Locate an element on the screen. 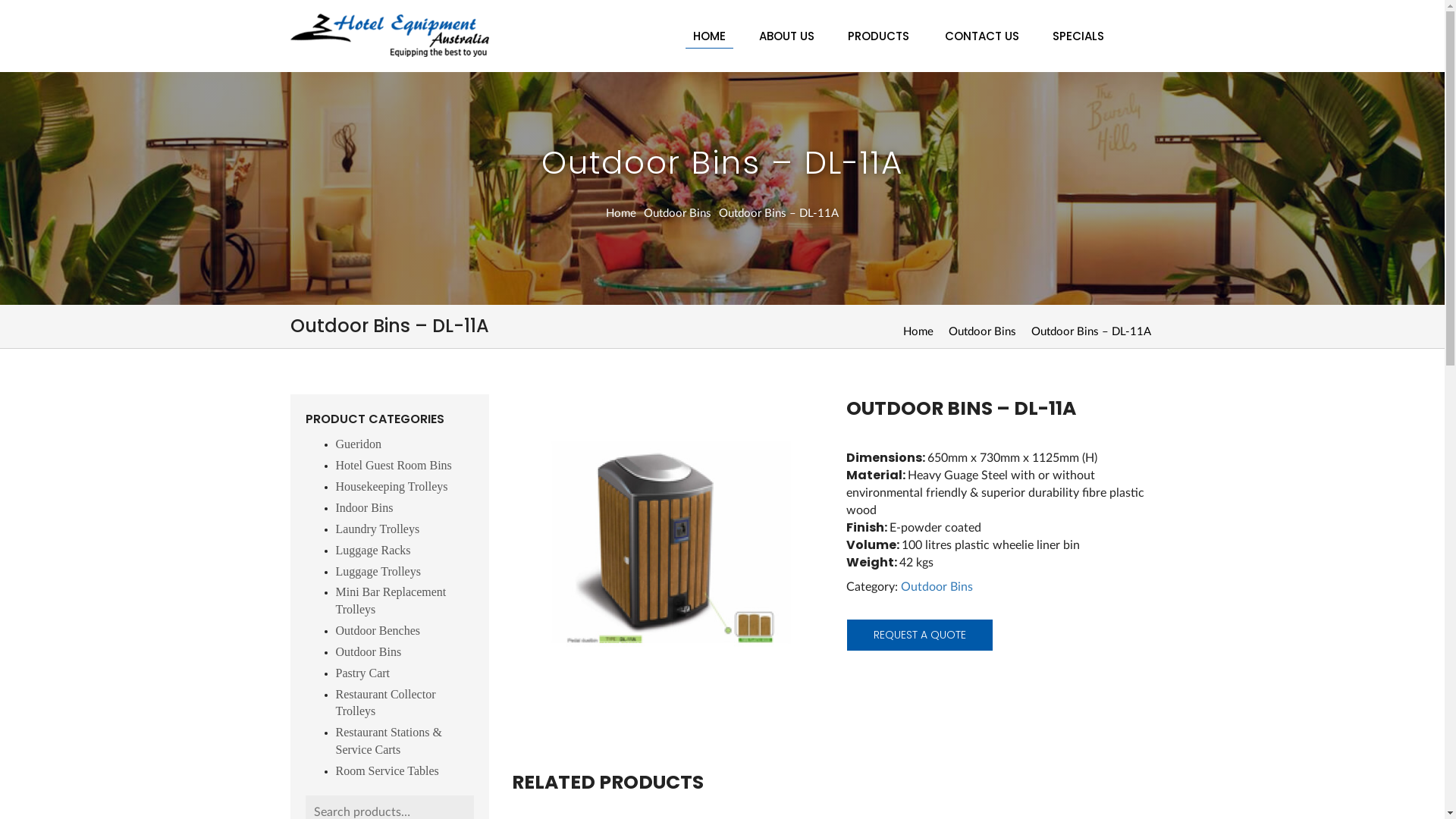 The image size is (1456, 819). 'Restaurant Collector Trolleys' is located at coordinates (385, 702).